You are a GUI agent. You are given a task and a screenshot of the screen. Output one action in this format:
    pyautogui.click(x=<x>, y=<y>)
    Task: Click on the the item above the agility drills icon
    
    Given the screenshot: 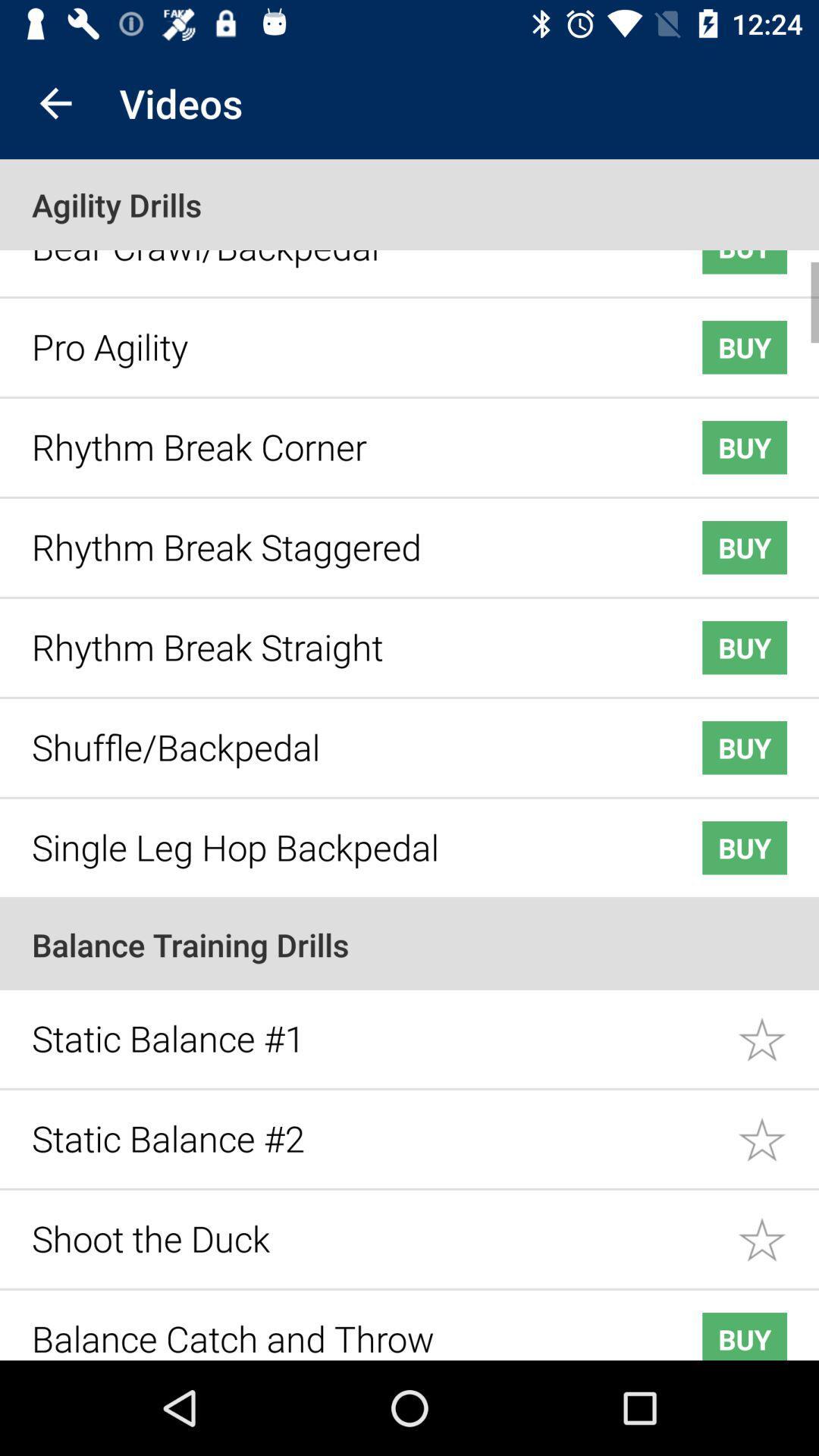 What is the action you would take?
    pyautogui.click(x=55, y=102)
    